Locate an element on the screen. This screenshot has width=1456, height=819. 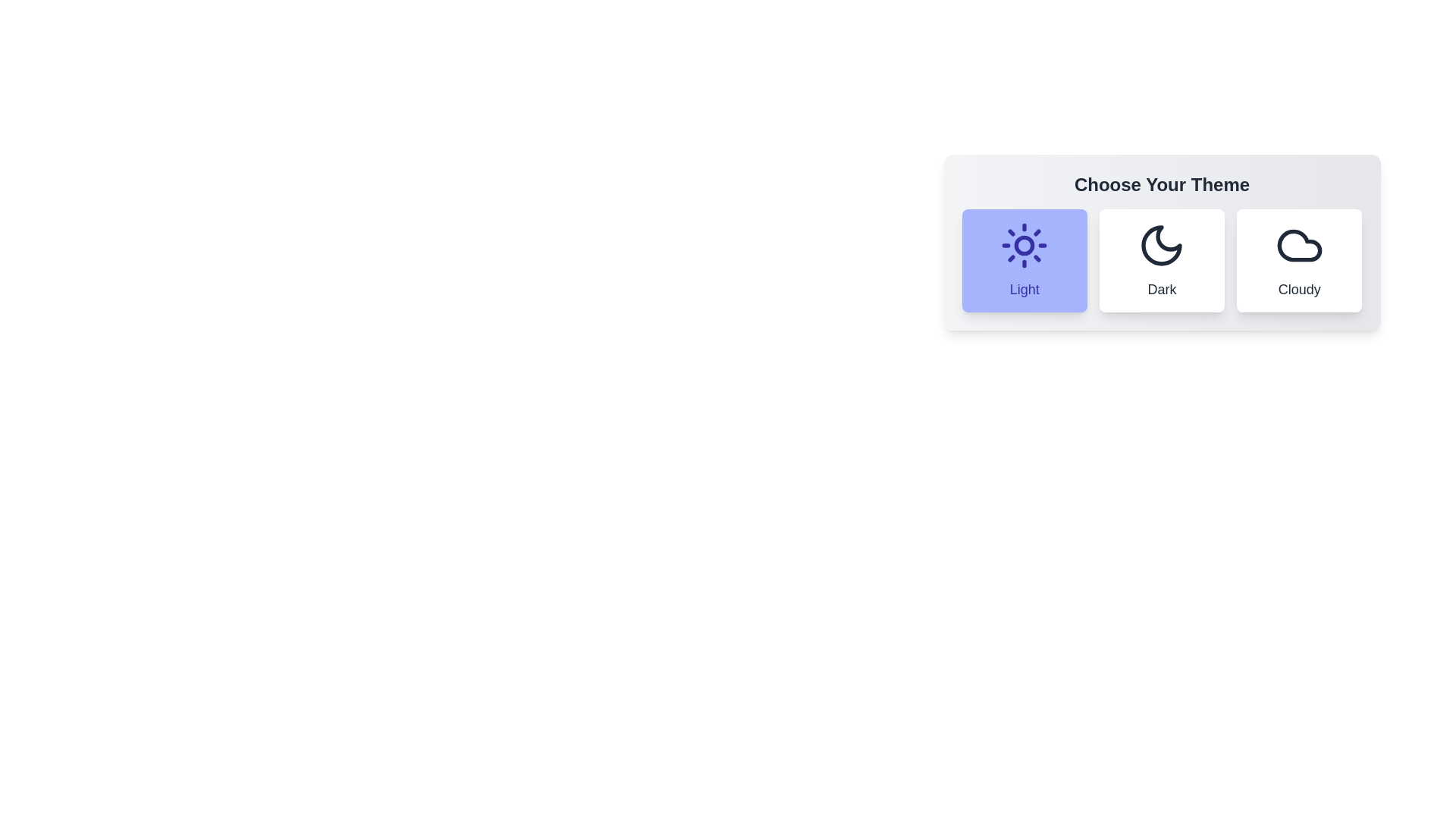
text label displaying 'Cloudy' styled in gray, located in the third icon group of weather-themed options is located at coordinates (1298, 289).